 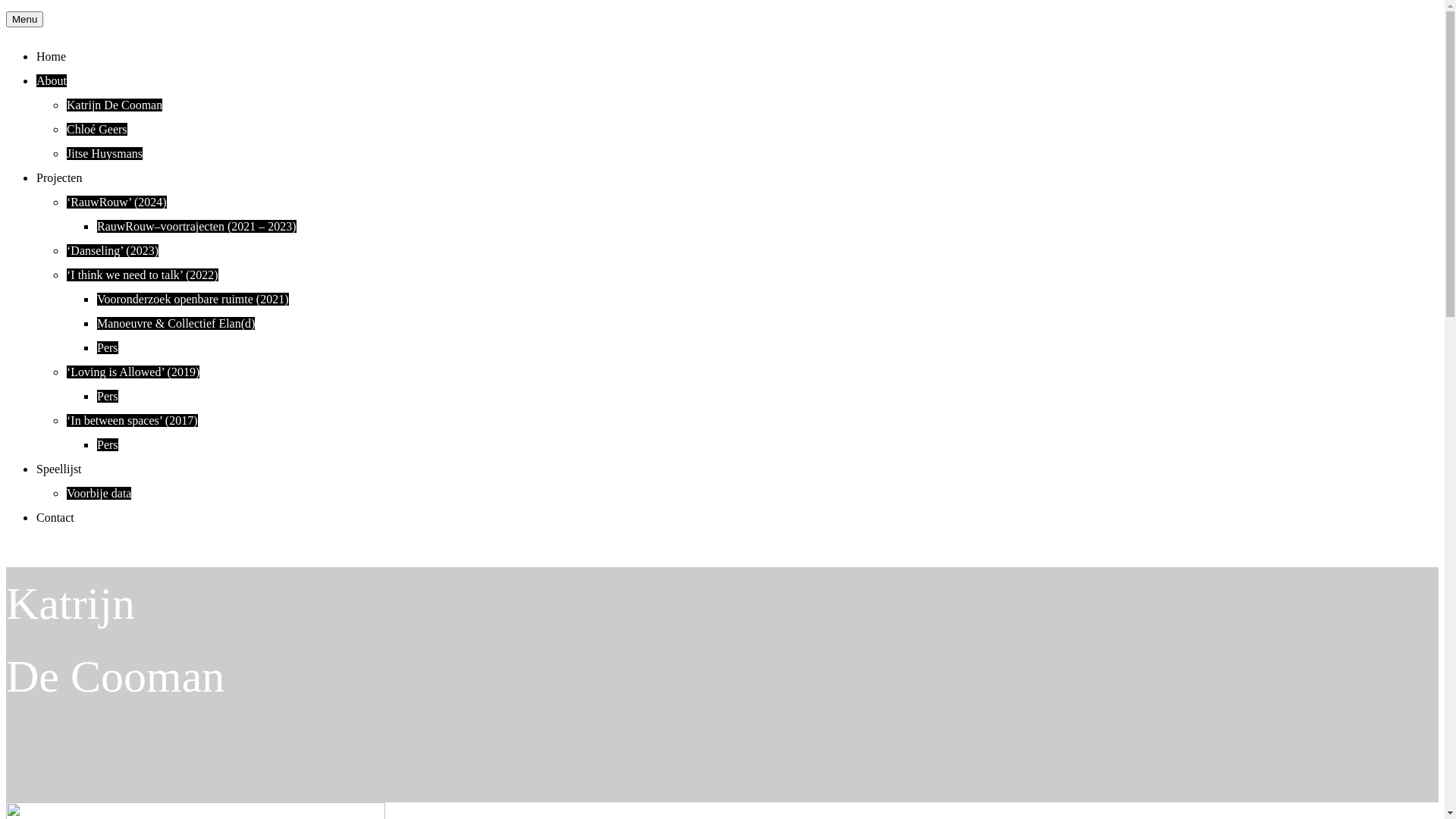 What do you see at coordinates (104, 153) in the screenshot?
I see `'Jitse Huysmans'` at bounding box center [104, 153].